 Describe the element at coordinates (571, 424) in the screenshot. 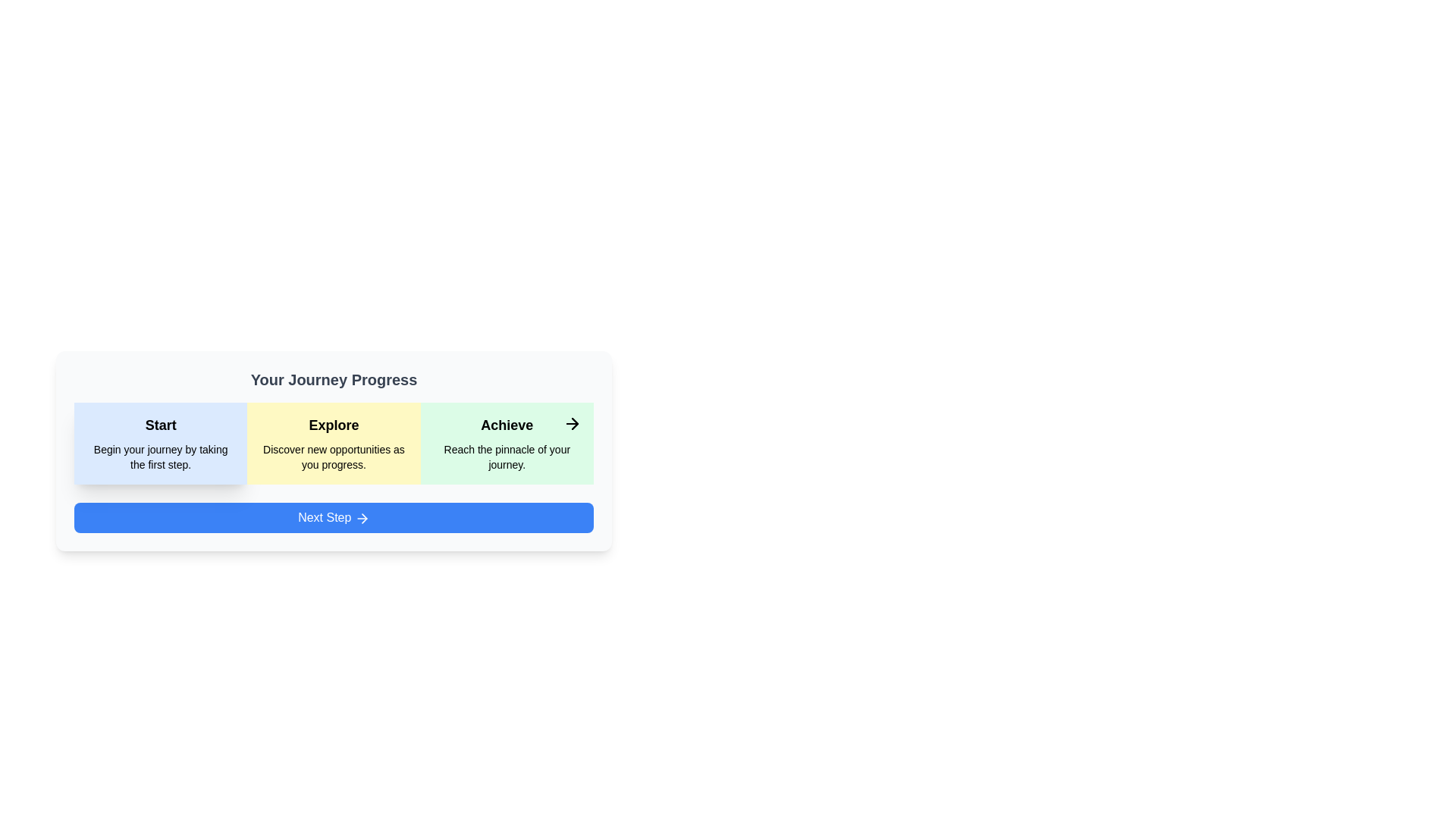

I see `the right-pointing arrow icon located at the top-right corner of the green 'Achieve' card in the 'Your Journey Progress' section` at that location.